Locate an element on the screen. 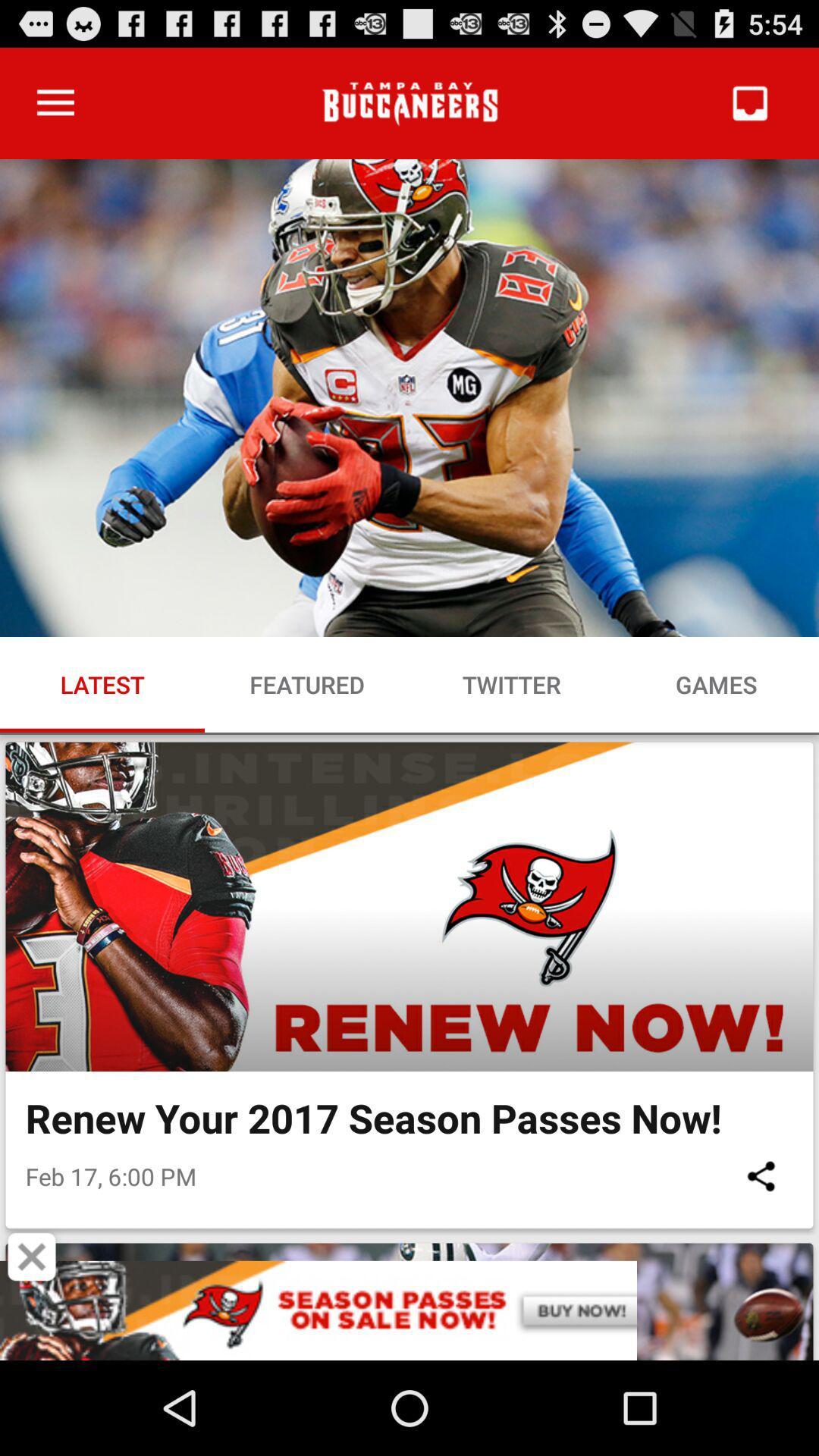 This screenshot has width=819, height=1456. the item below the renew your 2017 item is located at coordinates (761, 1175).